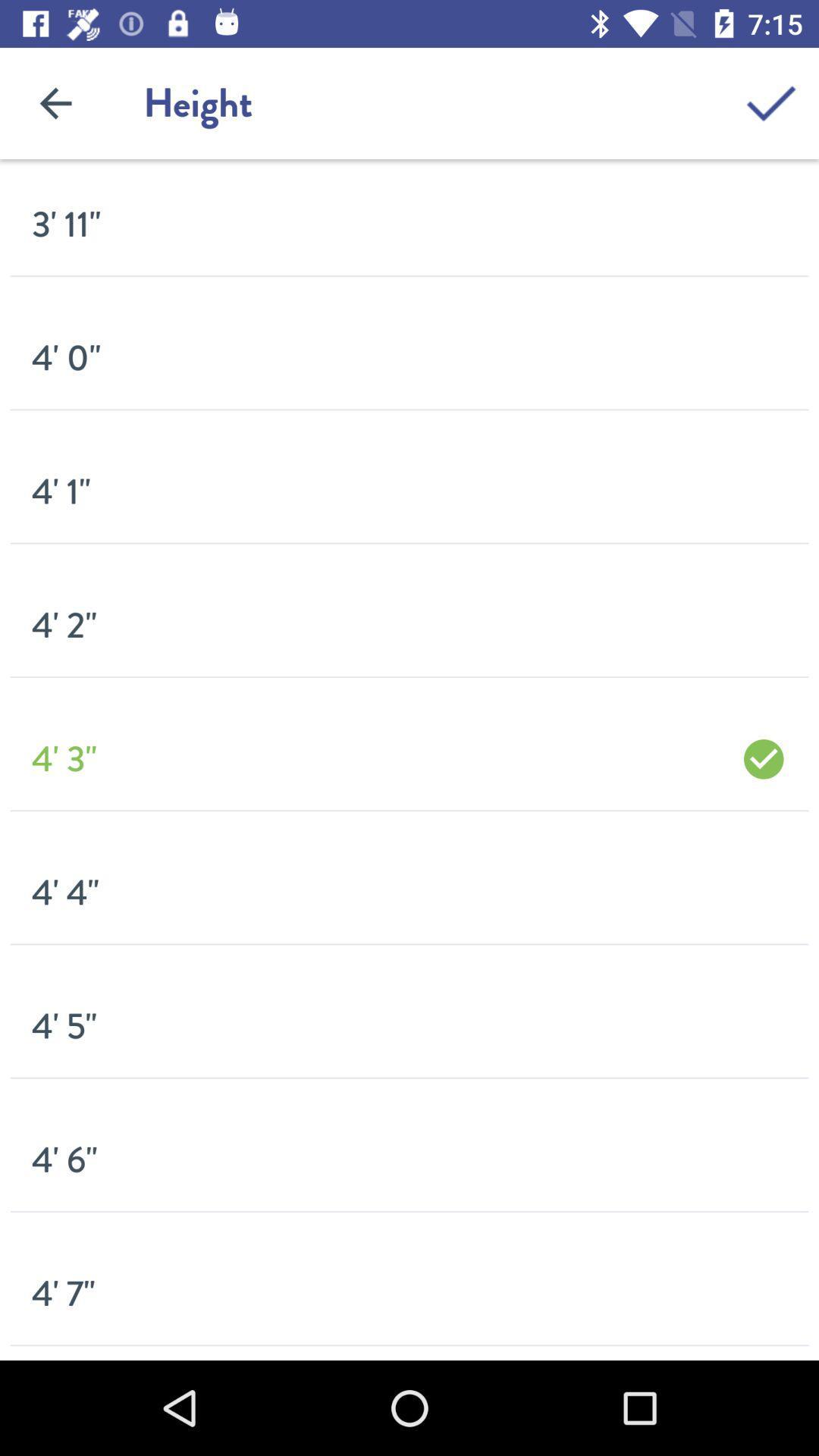 The image size is (819, 1456). What do you see at coordinates (55, 102) in the screenshot?
I see `icon above 3' 11"` at bounding box center [55, 102].